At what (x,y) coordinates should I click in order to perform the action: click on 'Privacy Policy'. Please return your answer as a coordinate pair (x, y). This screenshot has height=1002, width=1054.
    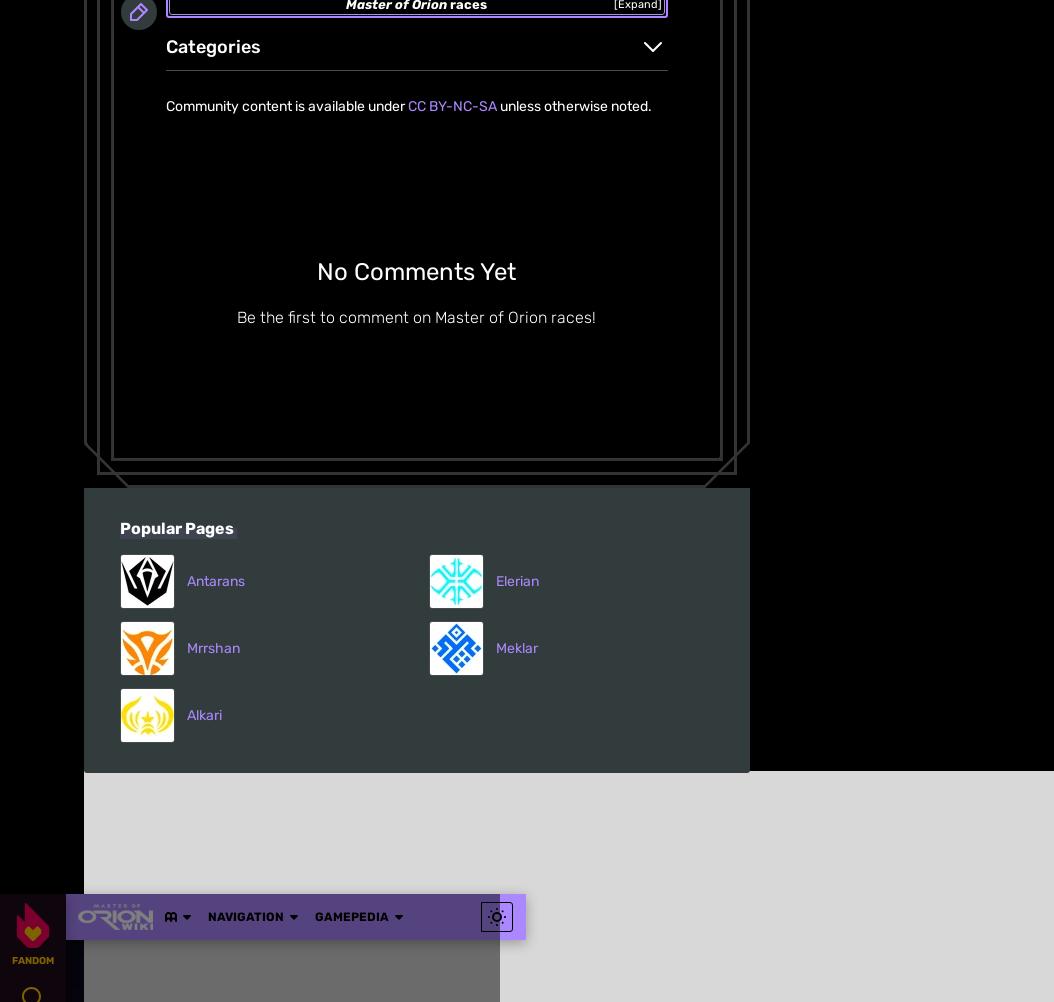
    Looking at the image, I should click on (476, 343).